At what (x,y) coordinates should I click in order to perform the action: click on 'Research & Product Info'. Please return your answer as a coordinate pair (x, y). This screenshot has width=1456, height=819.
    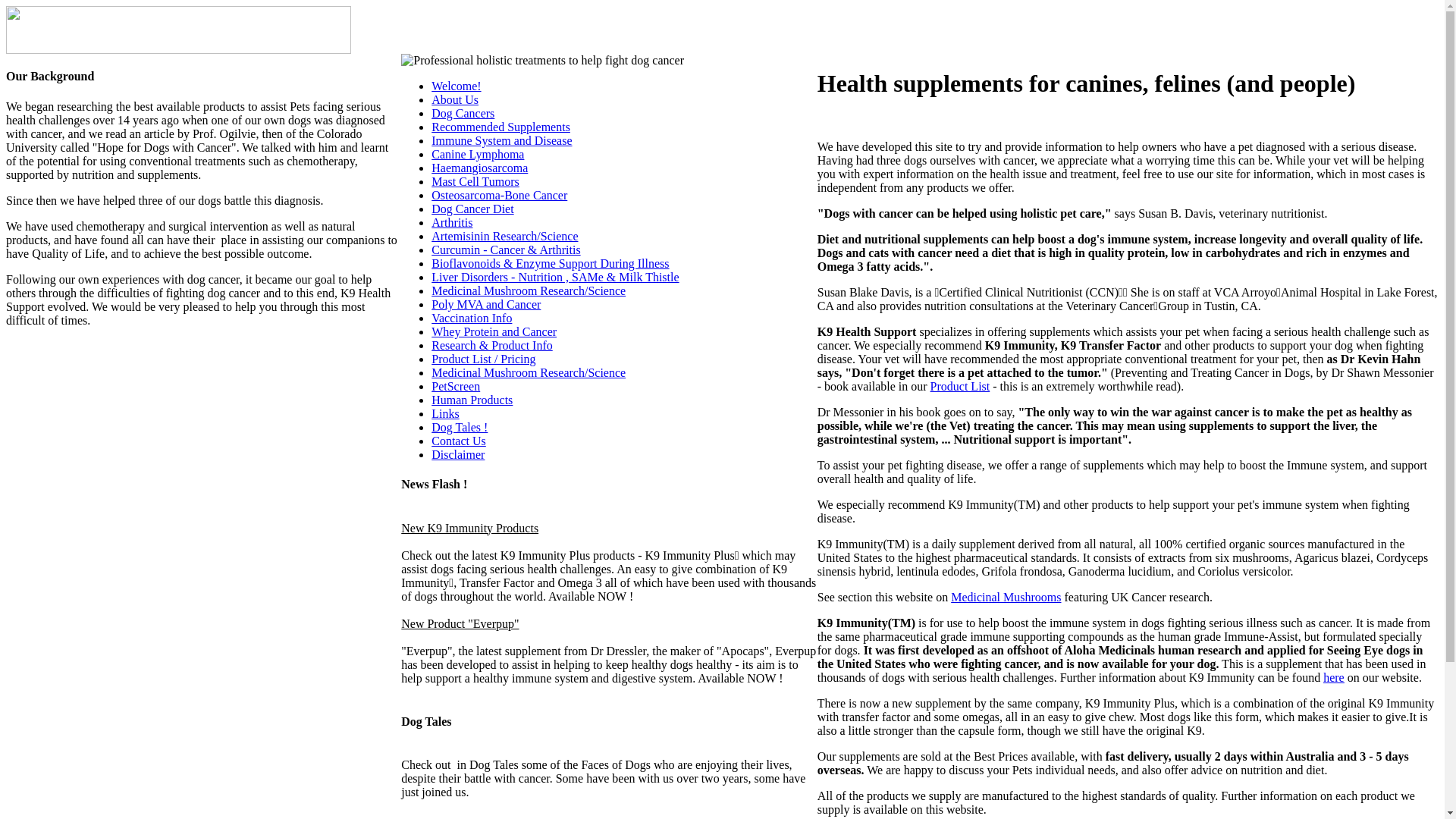
    Looking at the image, I should click on (491, 345).